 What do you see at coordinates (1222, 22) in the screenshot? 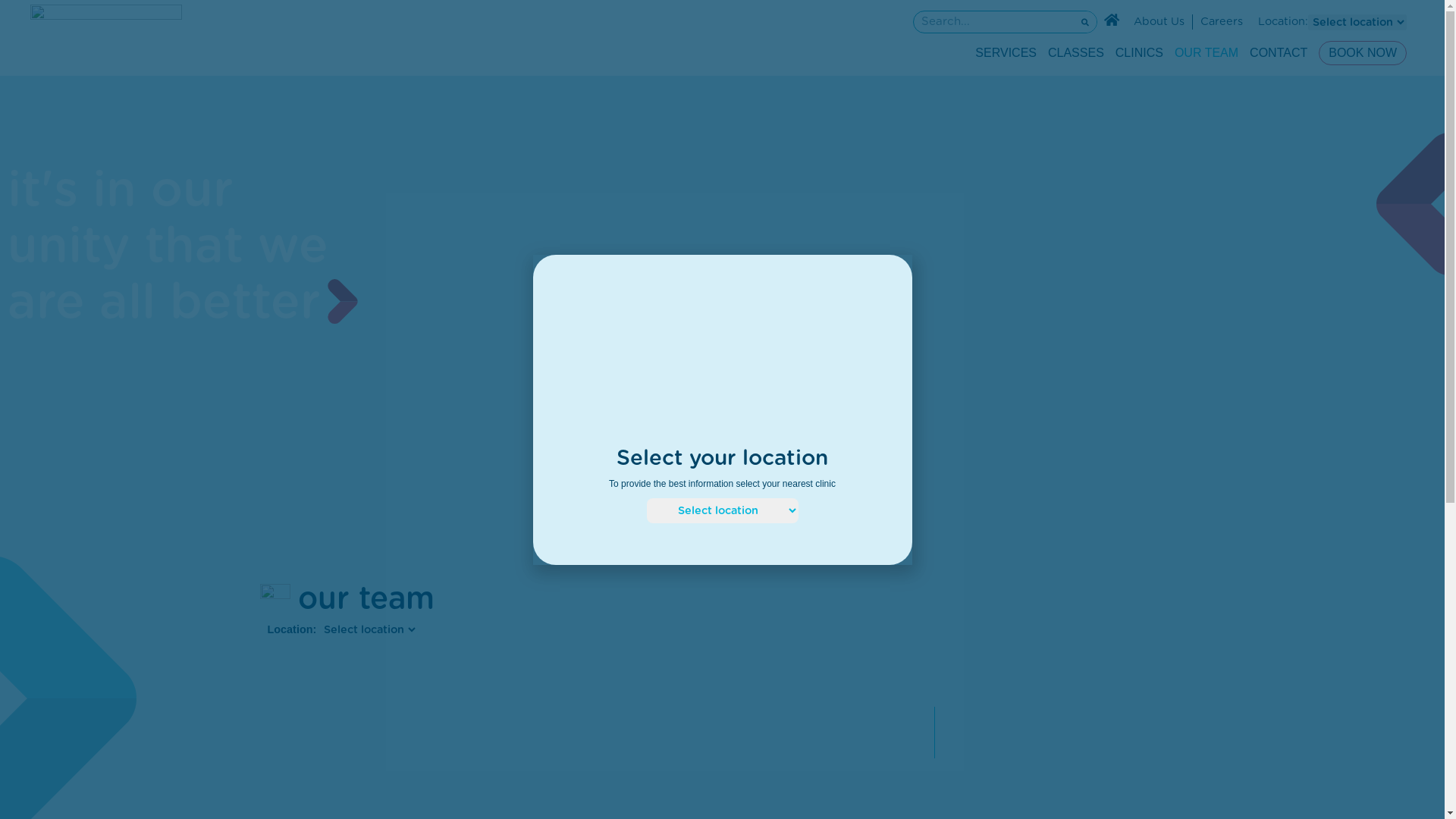
I see `'Careers'` at bounding box center [1222, 22].